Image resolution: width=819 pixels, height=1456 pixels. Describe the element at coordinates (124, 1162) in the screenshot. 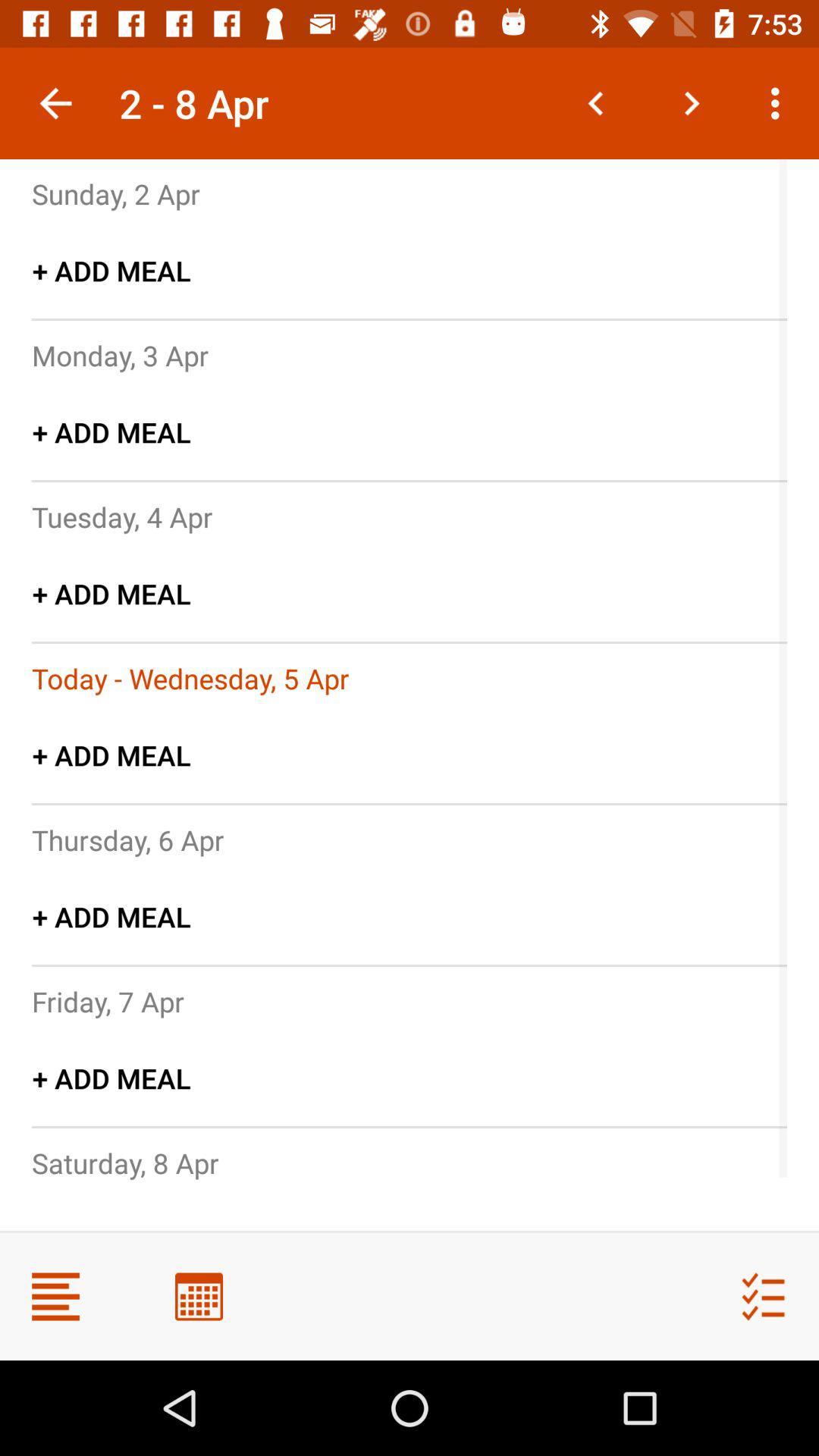

I see `icon below + add meal` at that location.